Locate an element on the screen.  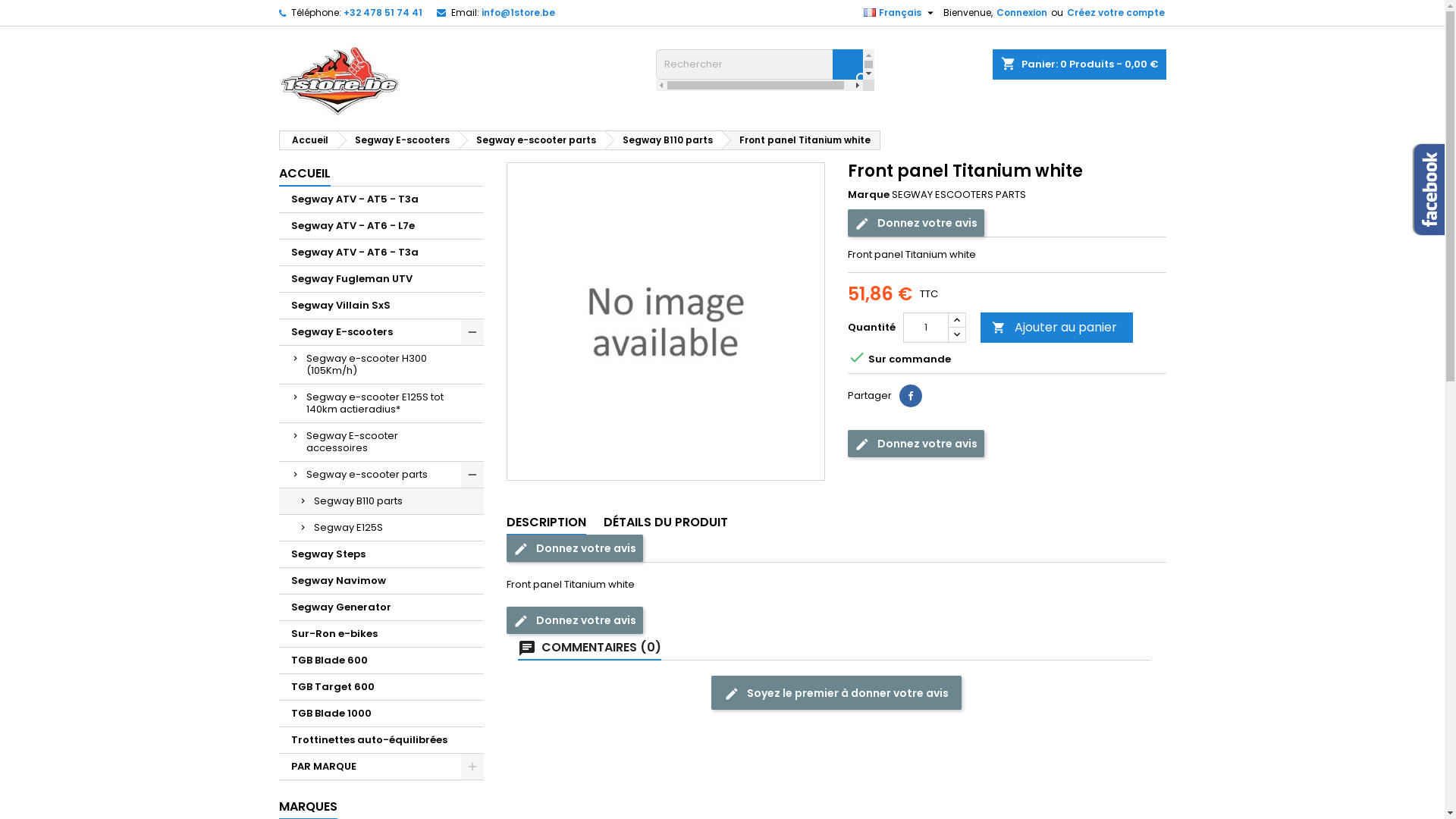
'Segway Steps' is located at coordinates (381, 554).